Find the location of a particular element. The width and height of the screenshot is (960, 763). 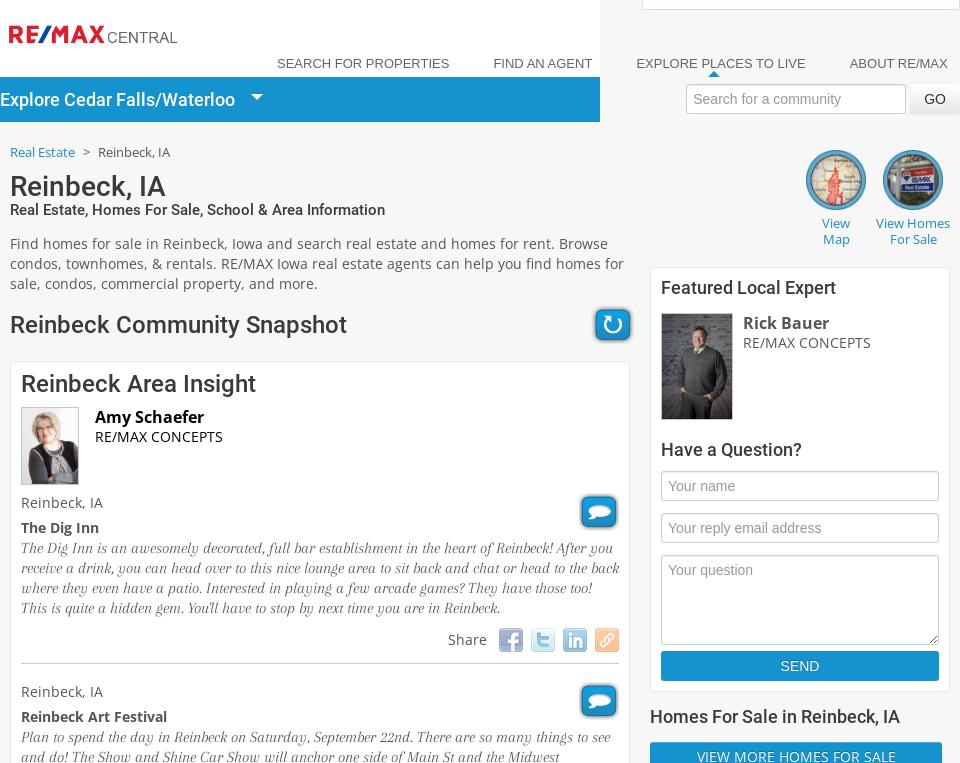

'Rick Bauer' is located at coordinates (785, 322).